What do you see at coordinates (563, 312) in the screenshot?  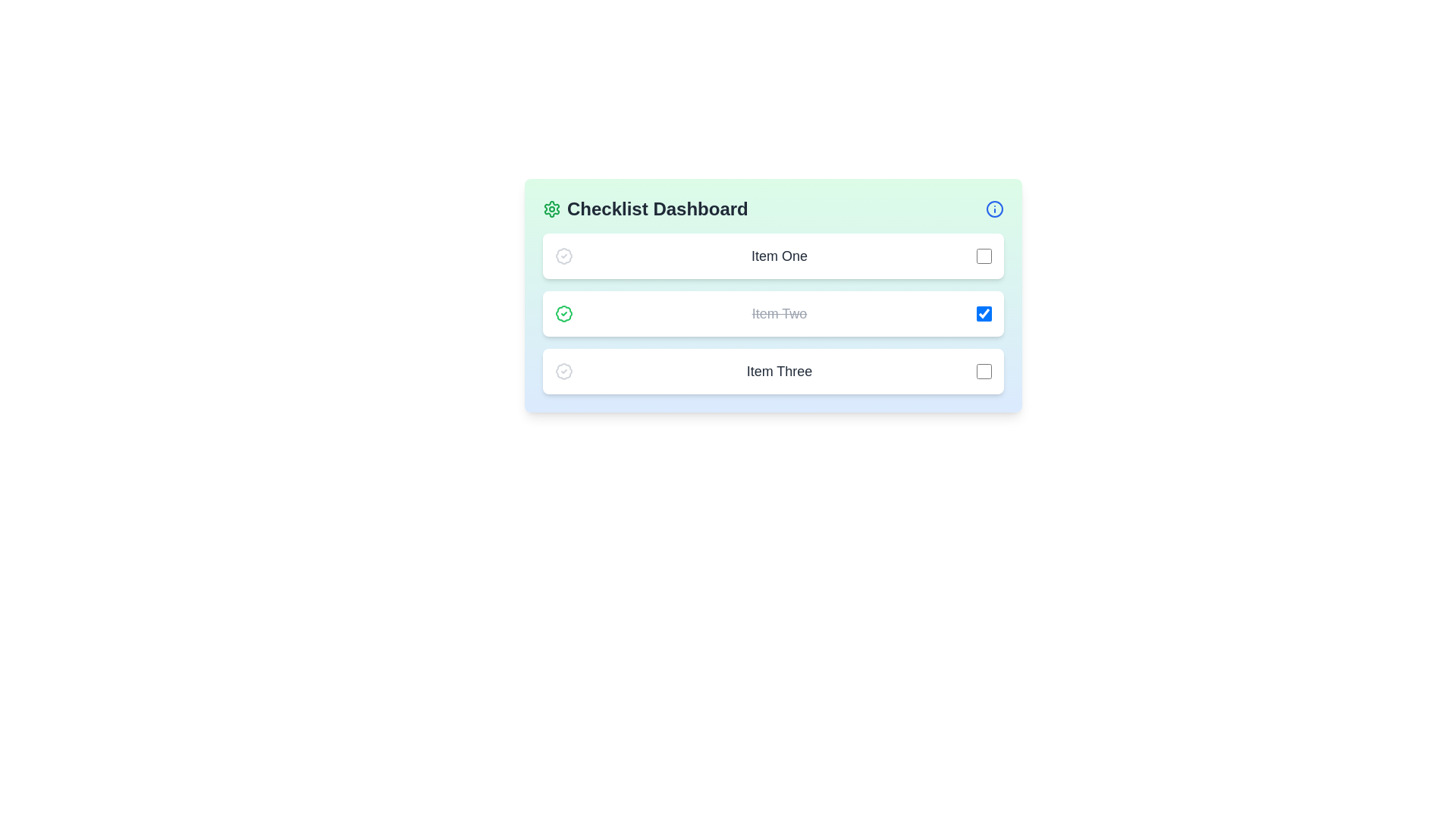 I see `properties of the green scalloped badge icon located beside 'Item Two' in the checklist dashboard` at bounding box center [563, 312].